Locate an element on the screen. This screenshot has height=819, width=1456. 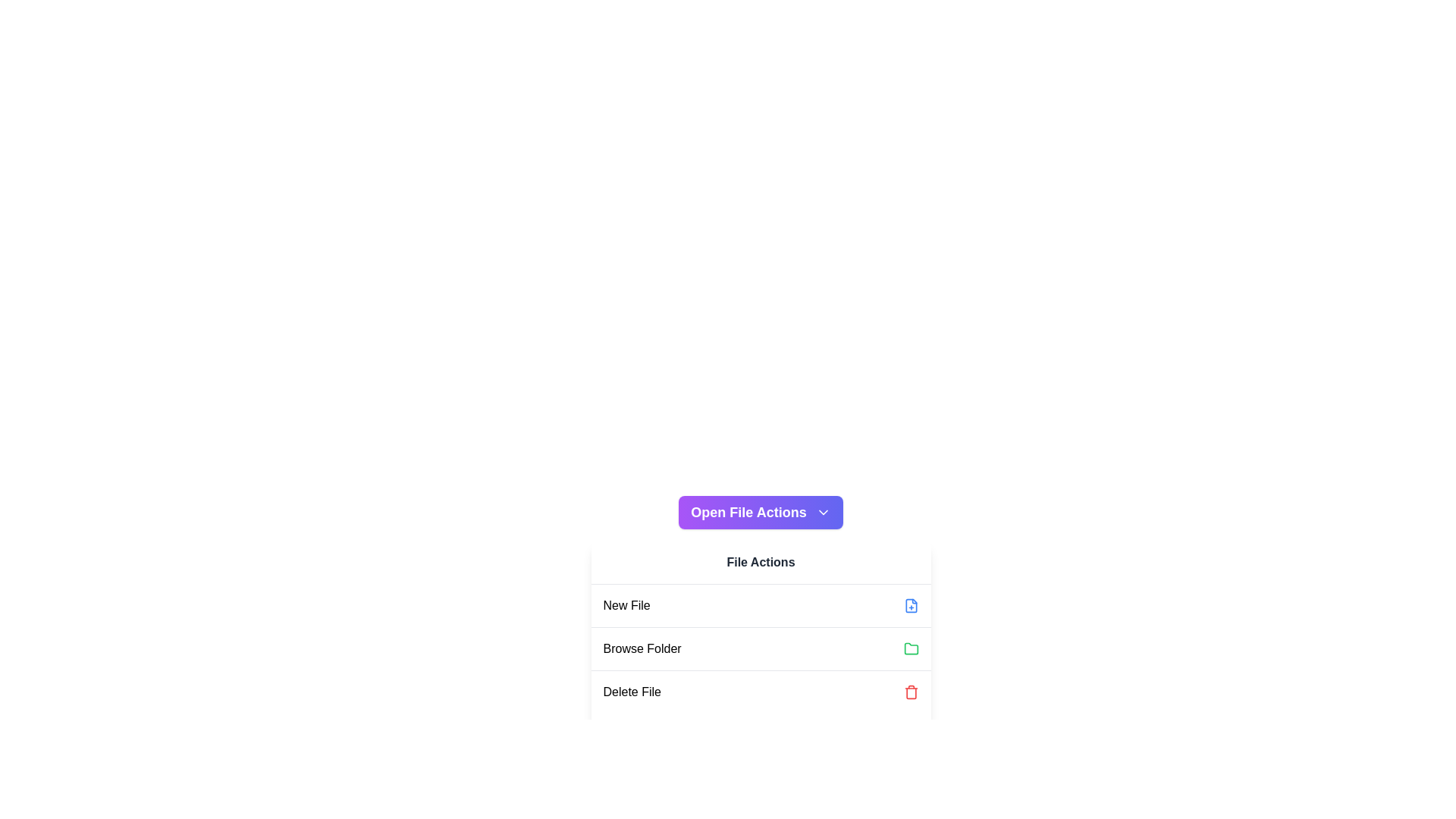
the chevron icon located to the right of the 'Open File Actions' button is located at coordinates (822, 512).